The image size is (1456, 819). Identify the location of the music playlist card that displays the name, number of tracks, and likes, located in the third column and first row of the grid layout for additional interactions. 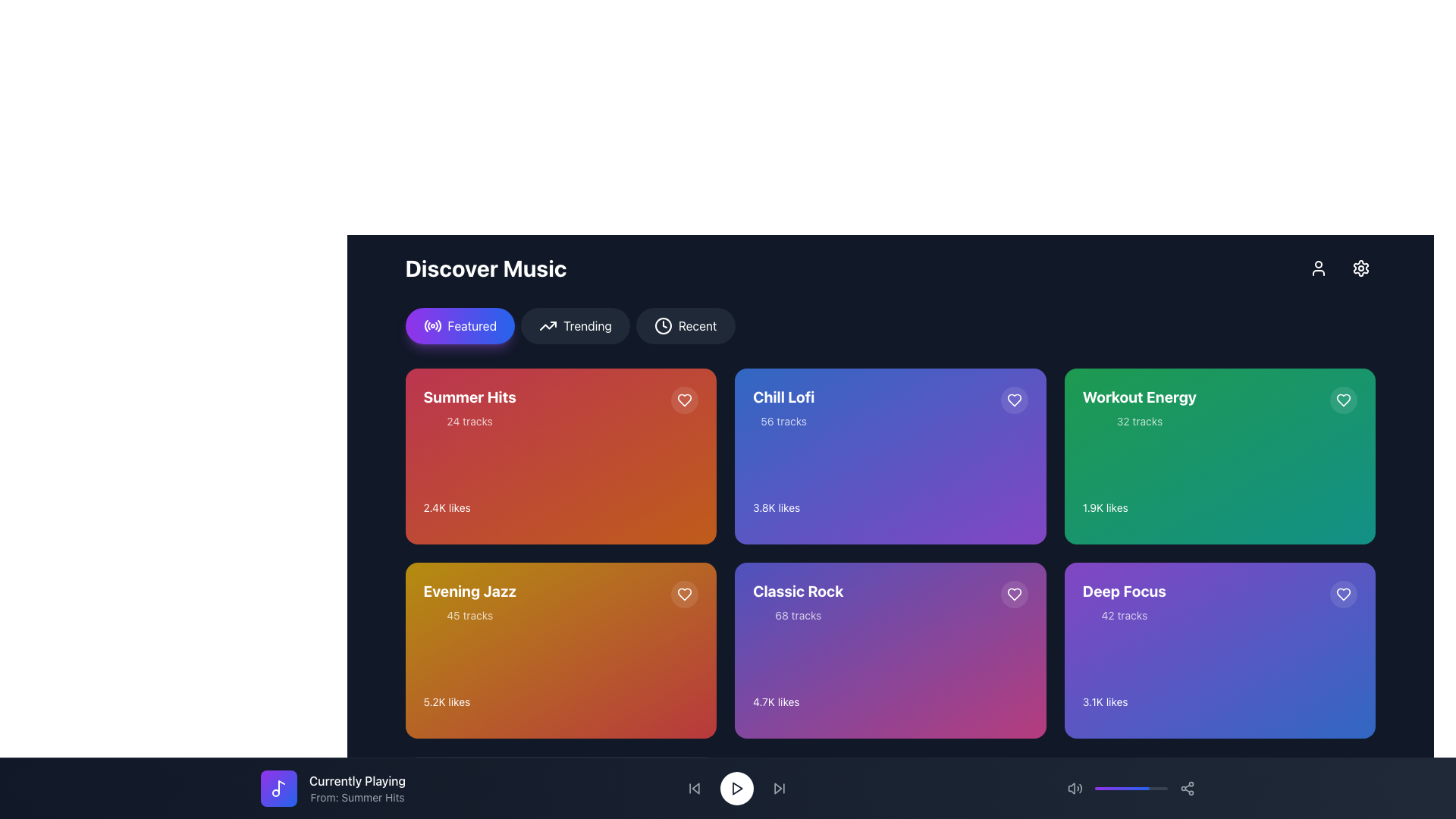
(1220, 455).